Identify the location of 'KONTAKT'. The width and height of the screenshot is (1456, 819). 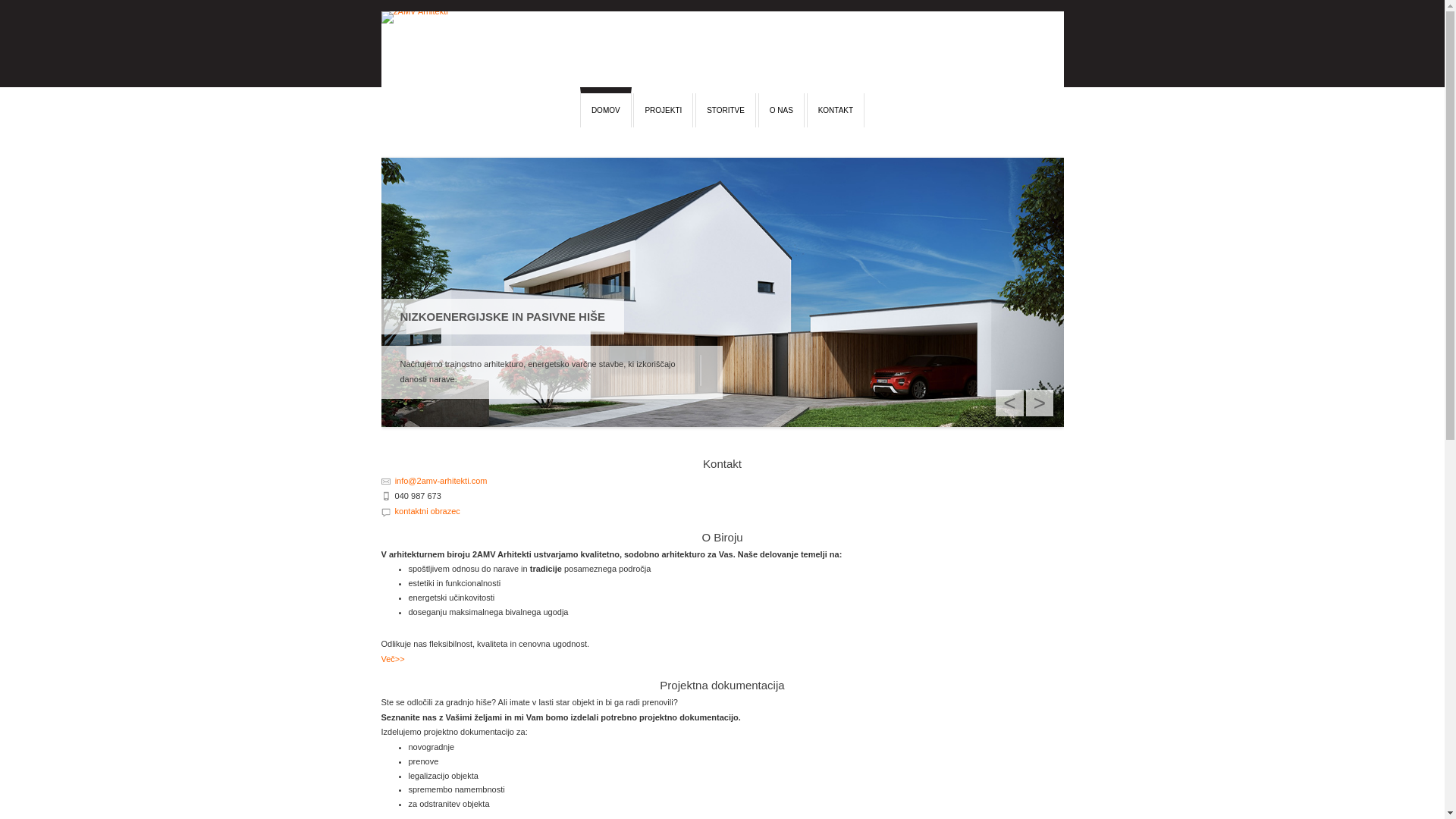
(835, 109).